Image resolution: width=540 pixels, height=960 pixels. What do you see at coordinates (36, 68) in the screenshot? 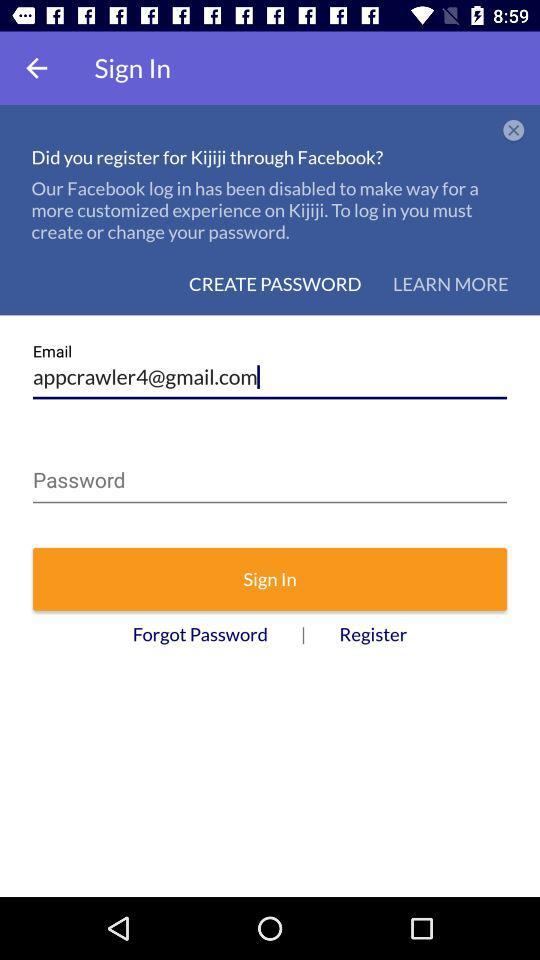
I see `the item next to sign in icon` at bounding box center [36, 68].